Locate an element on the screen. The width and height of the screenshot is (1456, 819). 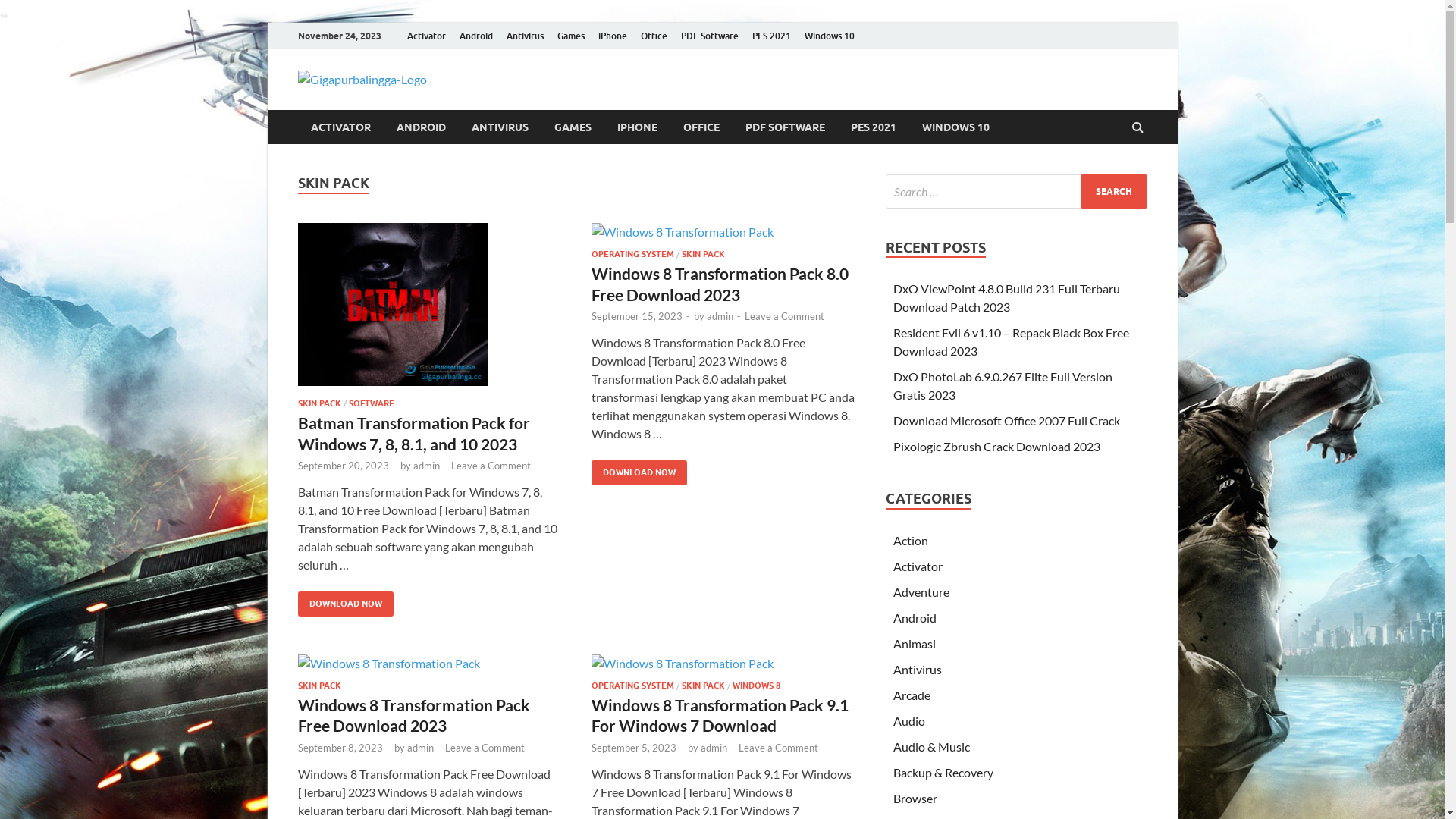
'WINDOWS 10' is located at coordinates (954, 126).